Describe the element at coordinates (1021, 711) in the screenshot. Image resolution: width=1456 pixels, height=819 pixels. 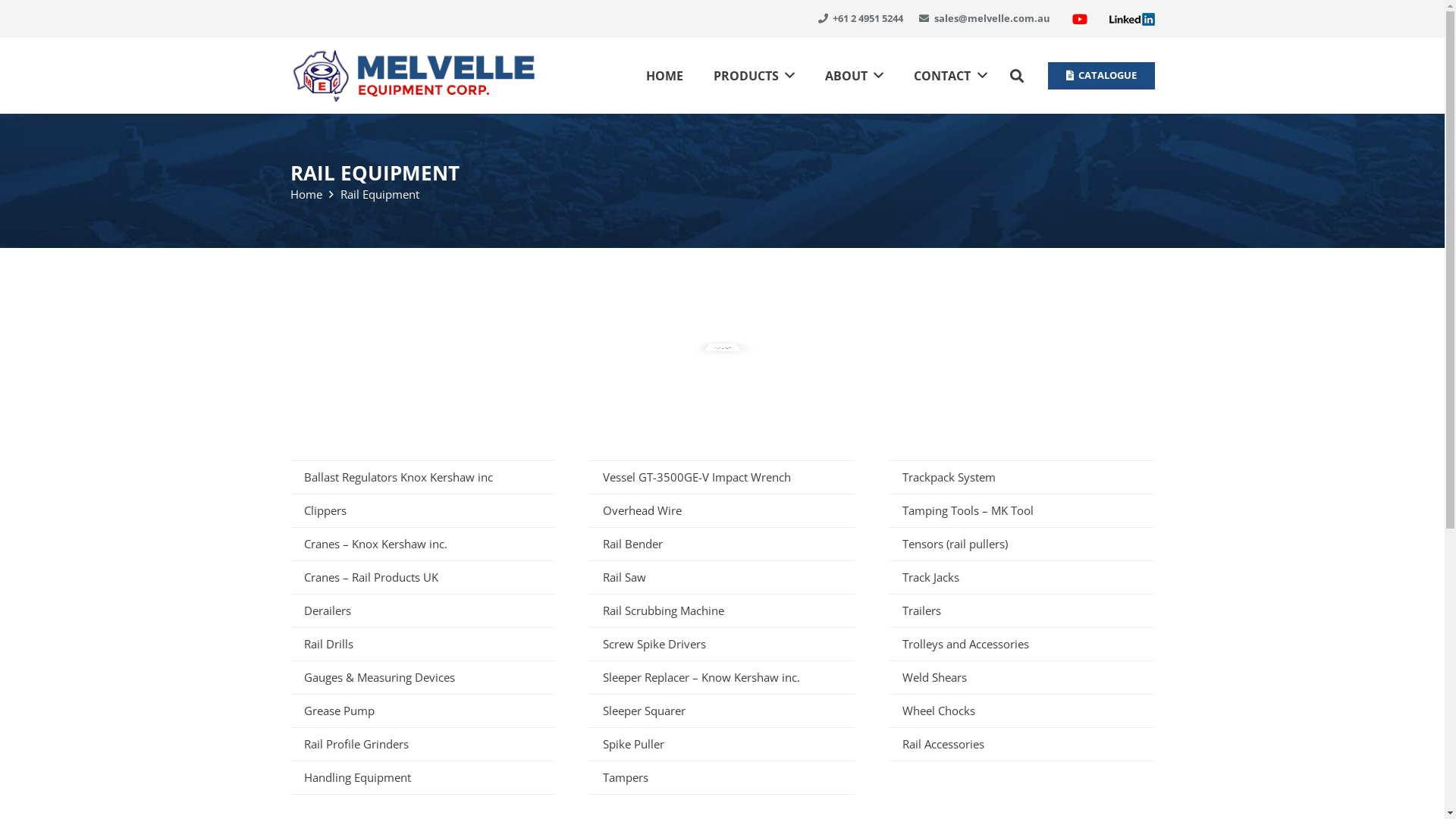
I see `'Wheel Chocks'` at that location.